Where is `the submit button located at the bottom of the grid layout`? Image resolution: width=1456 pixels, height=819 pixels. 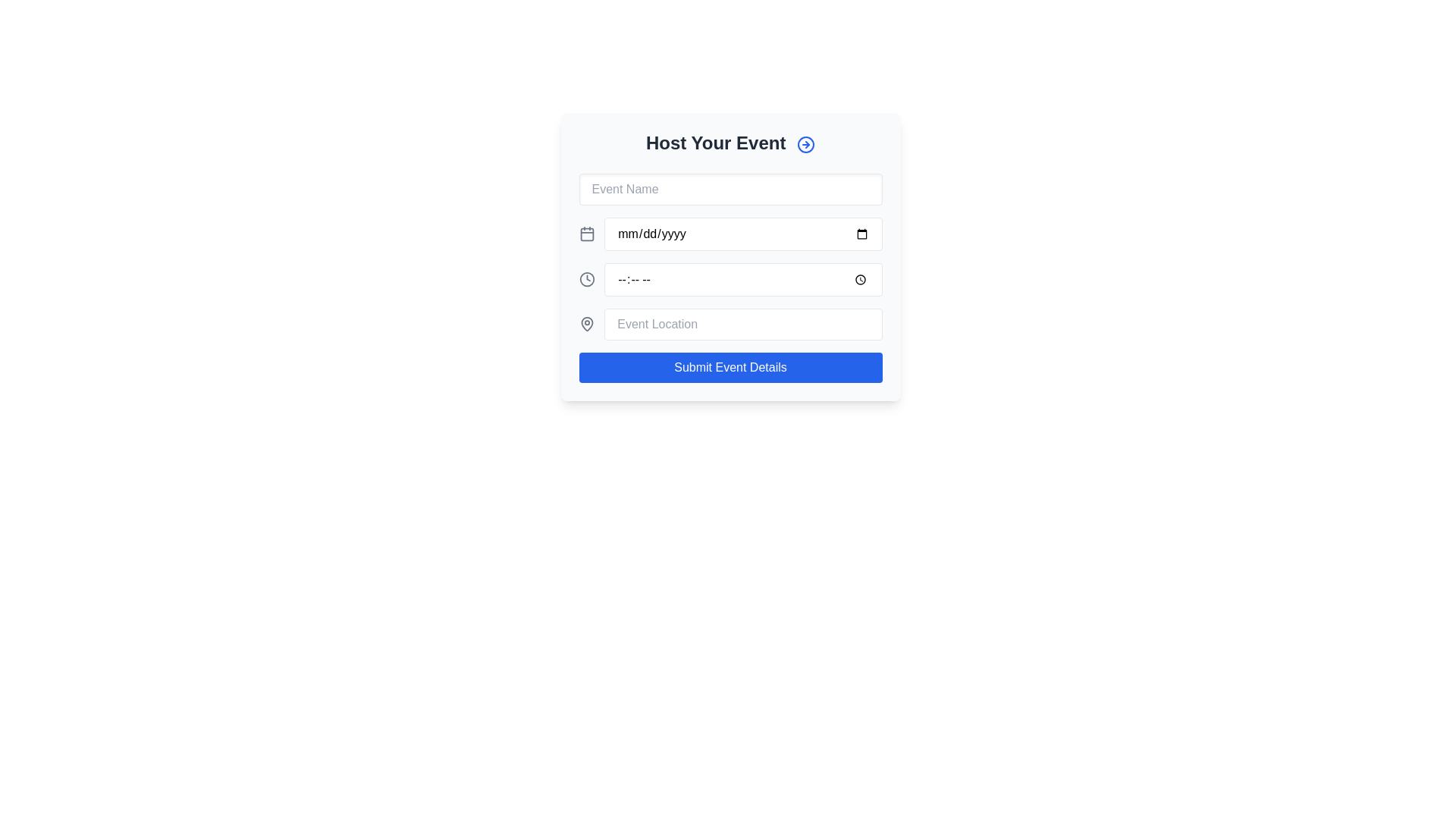 the submit button located at the bottom of the grid layout is located at coordinates (730, 368).